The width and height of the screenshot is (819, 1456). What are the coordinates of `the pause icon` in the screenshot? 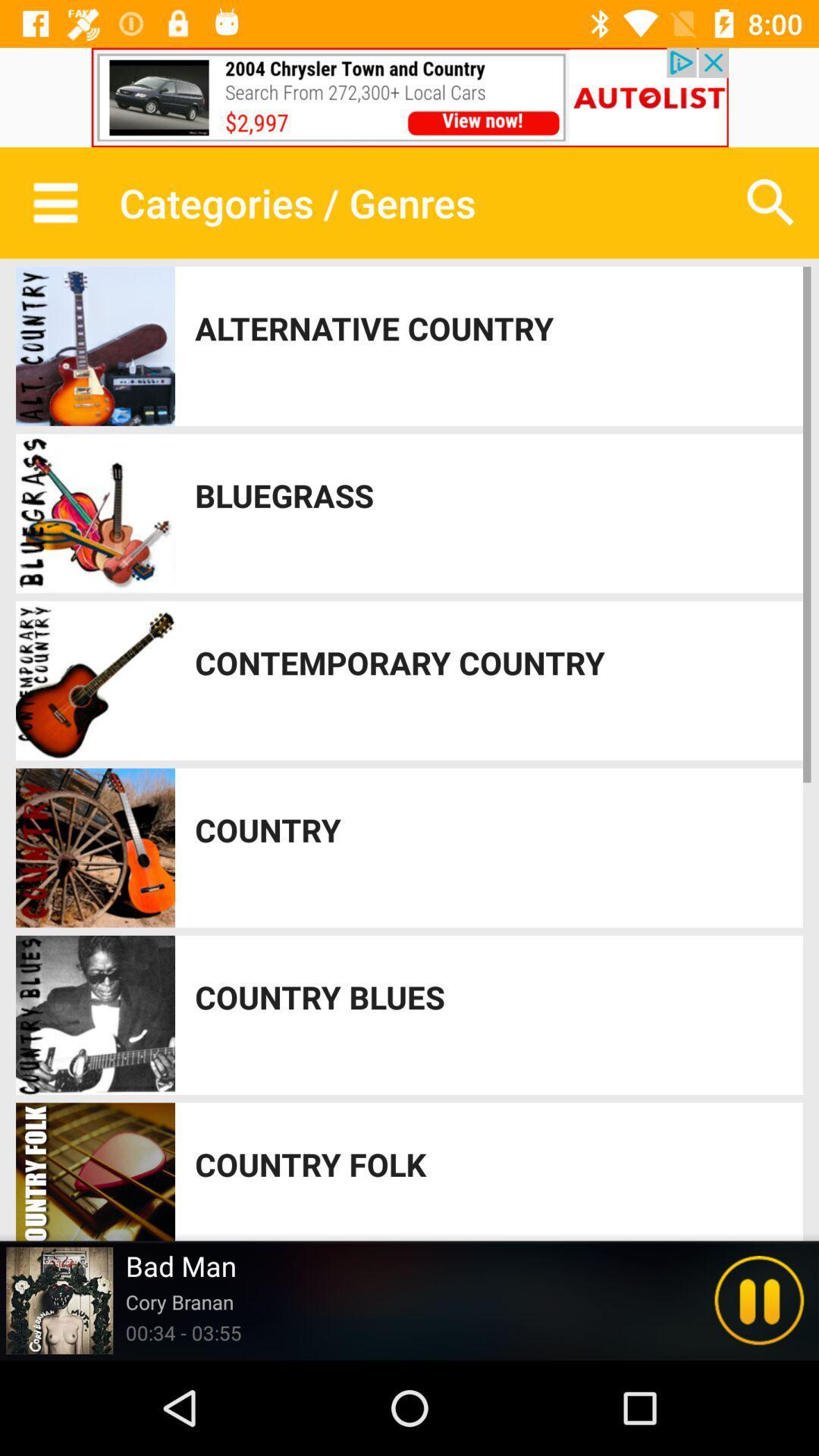 It's located at (759, 1300).